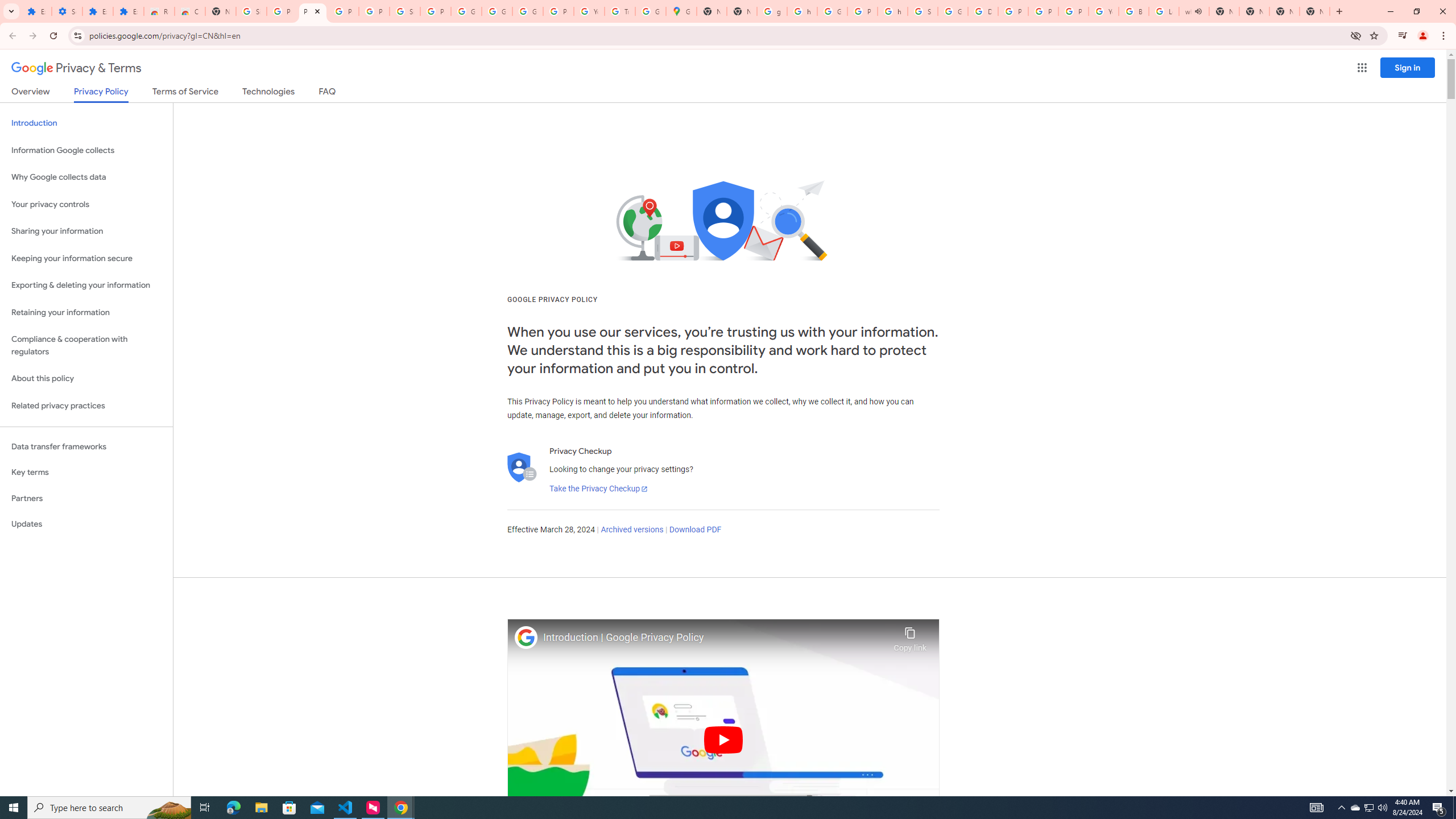 This screenshot has width=1456, height=819. What do you see at coordinates (86, 446) in the screenshot?
I see `'Data transfer frameworks'` at bounding box center [86, 446].